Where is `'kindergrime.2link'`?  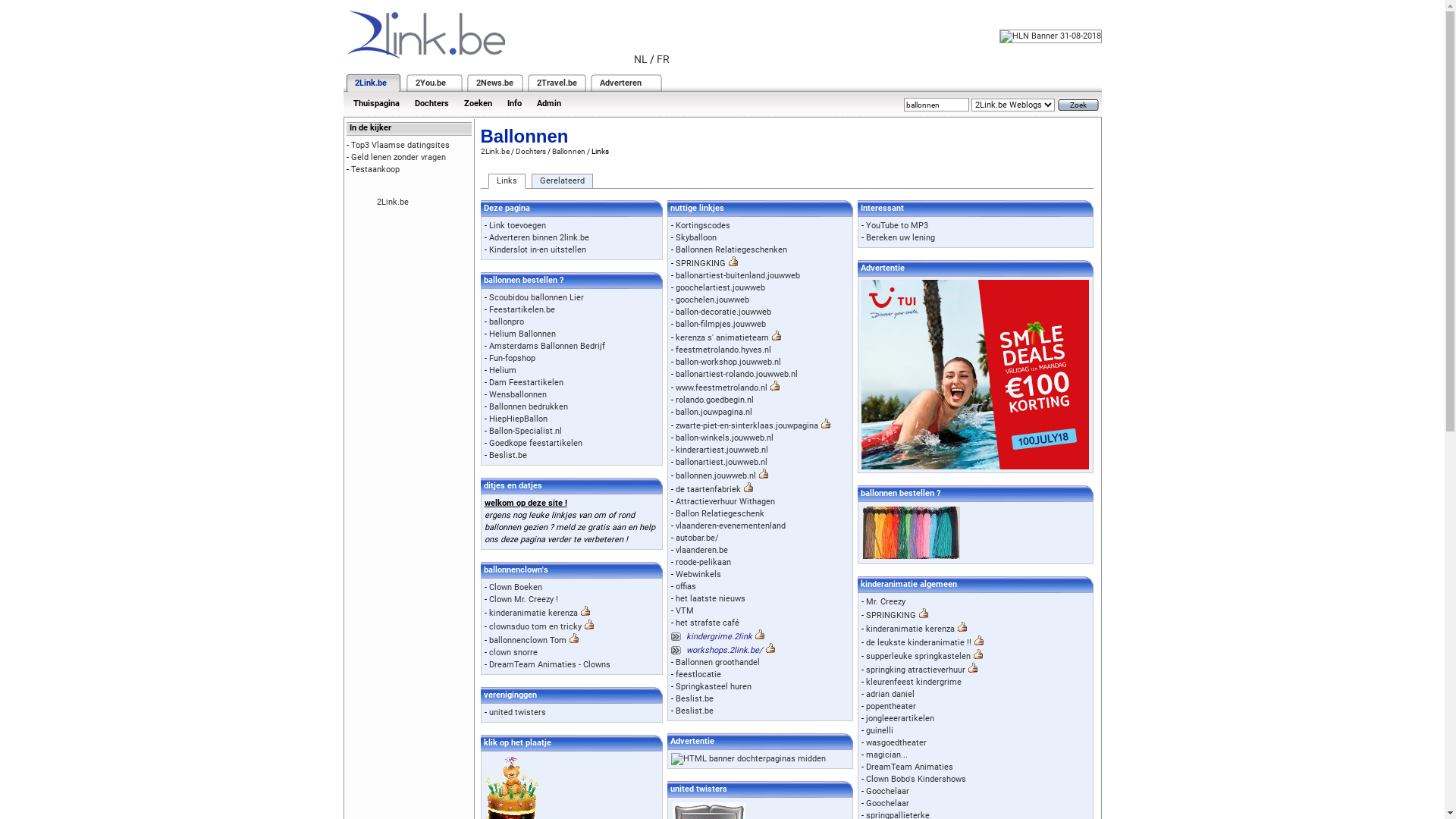 'kindergrime.2link' is located at coordinates (718, 636).